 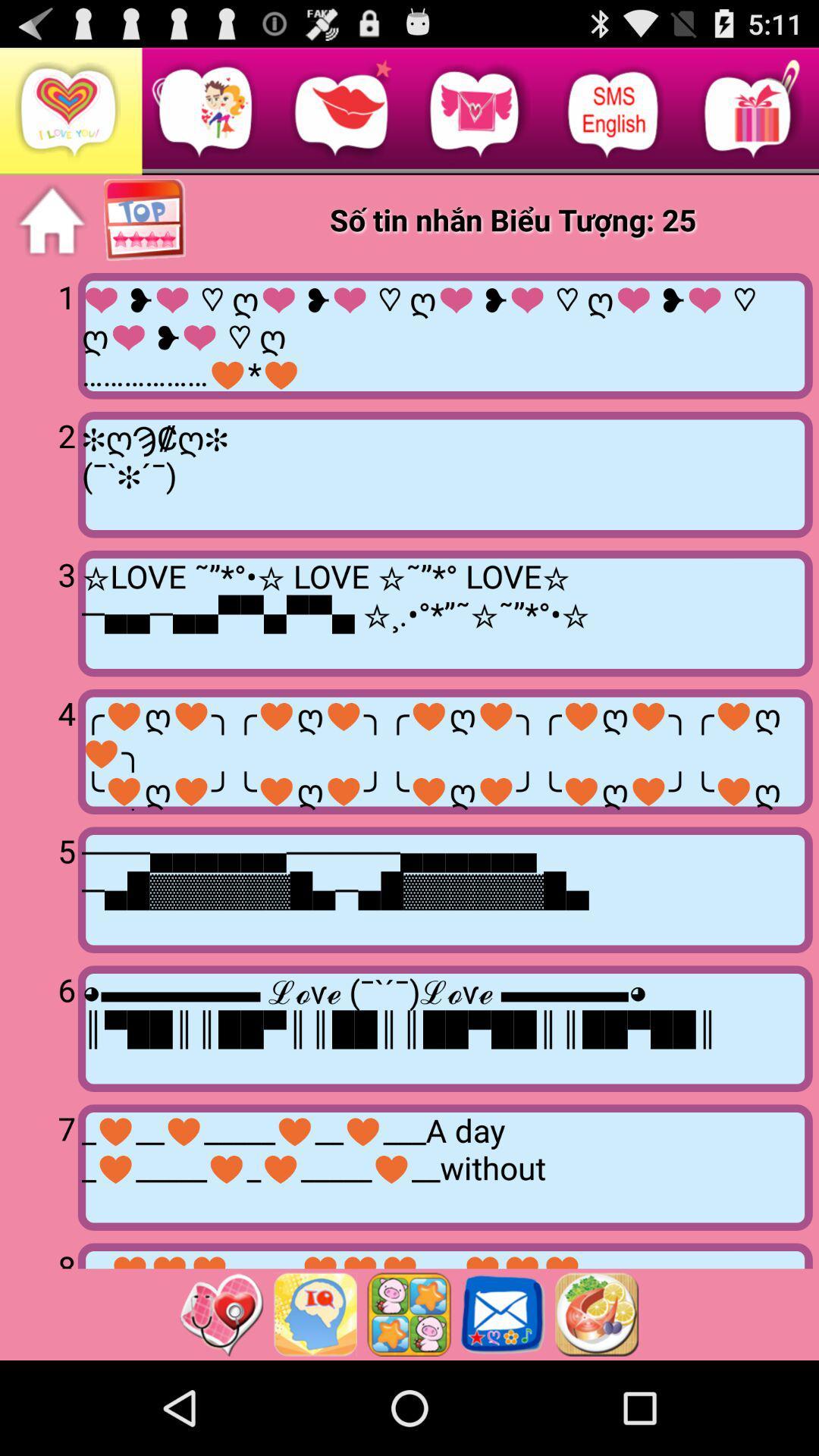 I want to click on show top rated items, so click(x=146, y=220).